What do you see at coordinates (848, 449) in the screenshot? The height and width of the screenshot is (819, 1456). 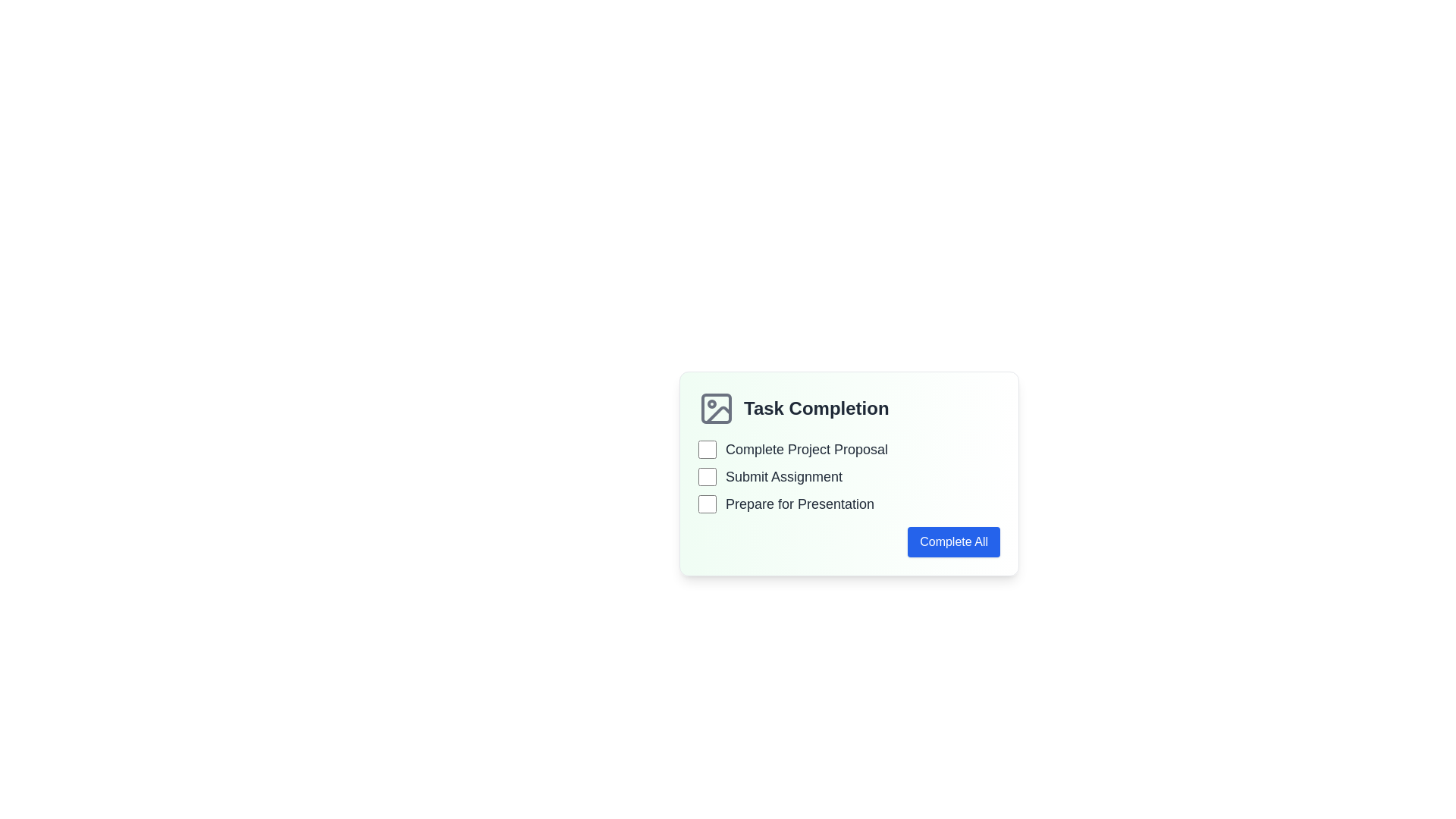 I see `the text label 'Complete Project Proposal' associated with the checkbox` at bounding box center [848, 449].